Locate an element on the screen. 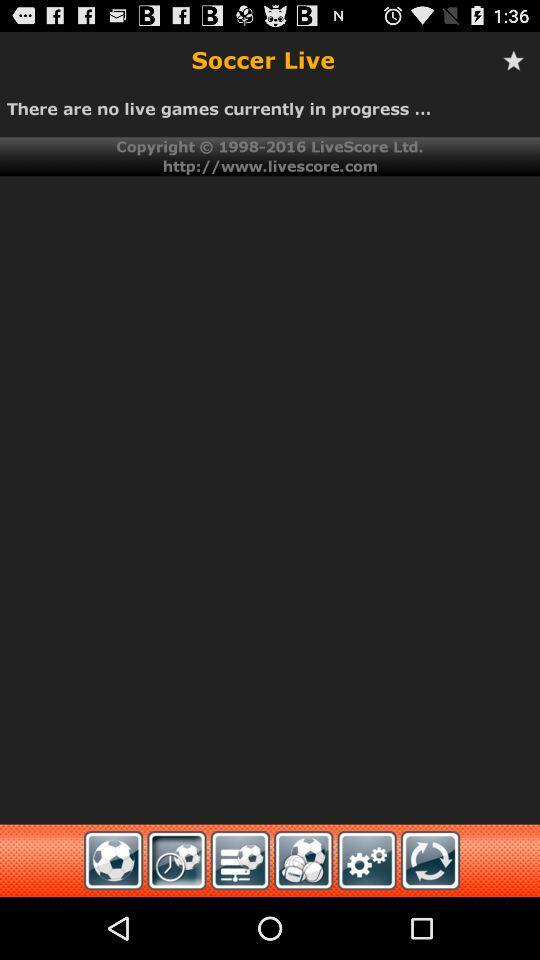 The image size is (540, 960). the time icon is located at coordinates (177, 921).